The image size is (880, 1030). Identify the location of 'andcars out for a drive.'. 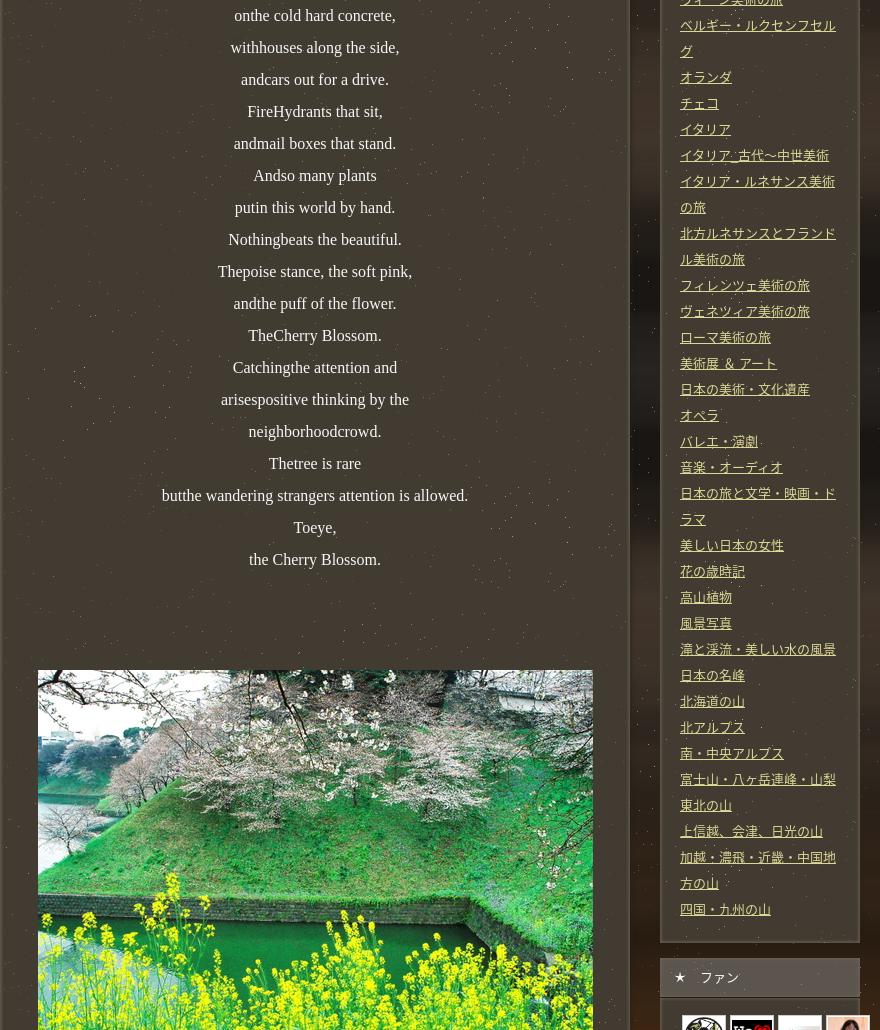
(313, 78).